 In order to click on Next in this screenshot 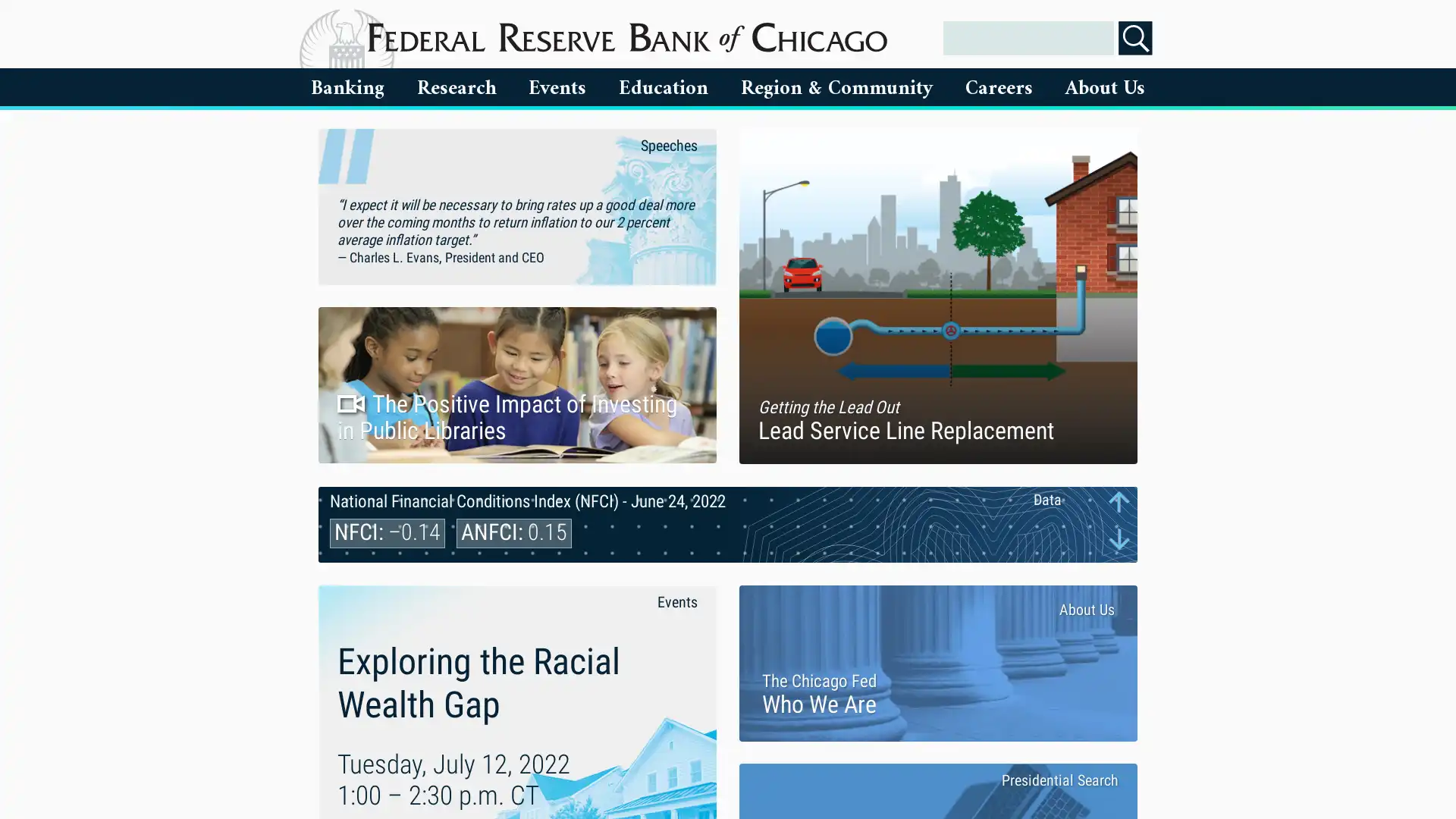, I will do `click(1119, 538)`.